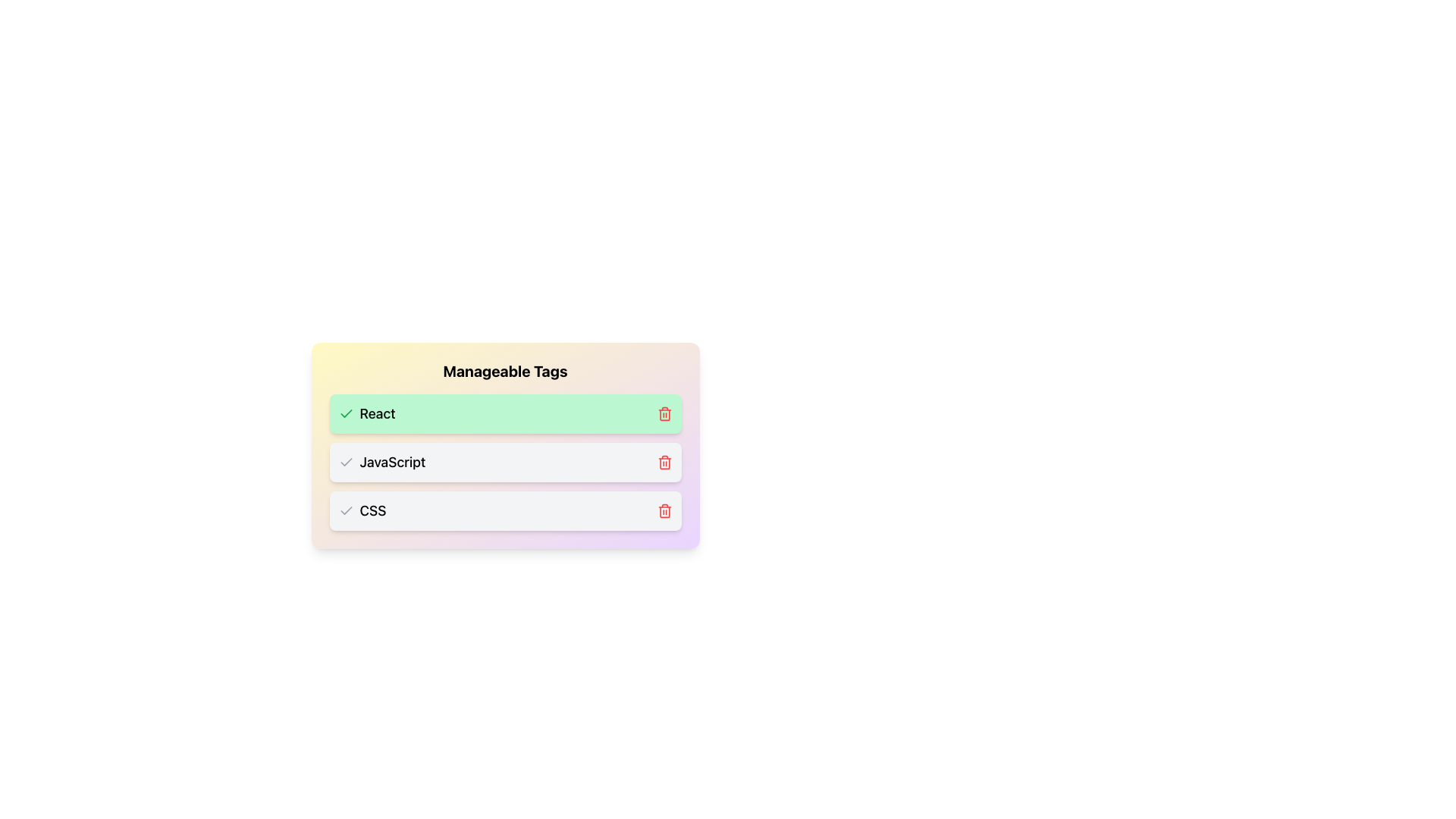 The image size is (1456, 819). I want to click on the checkmark icon of the 'CSS' tag in the third position of the 'Manageable Tags' list, so click(362, 511).